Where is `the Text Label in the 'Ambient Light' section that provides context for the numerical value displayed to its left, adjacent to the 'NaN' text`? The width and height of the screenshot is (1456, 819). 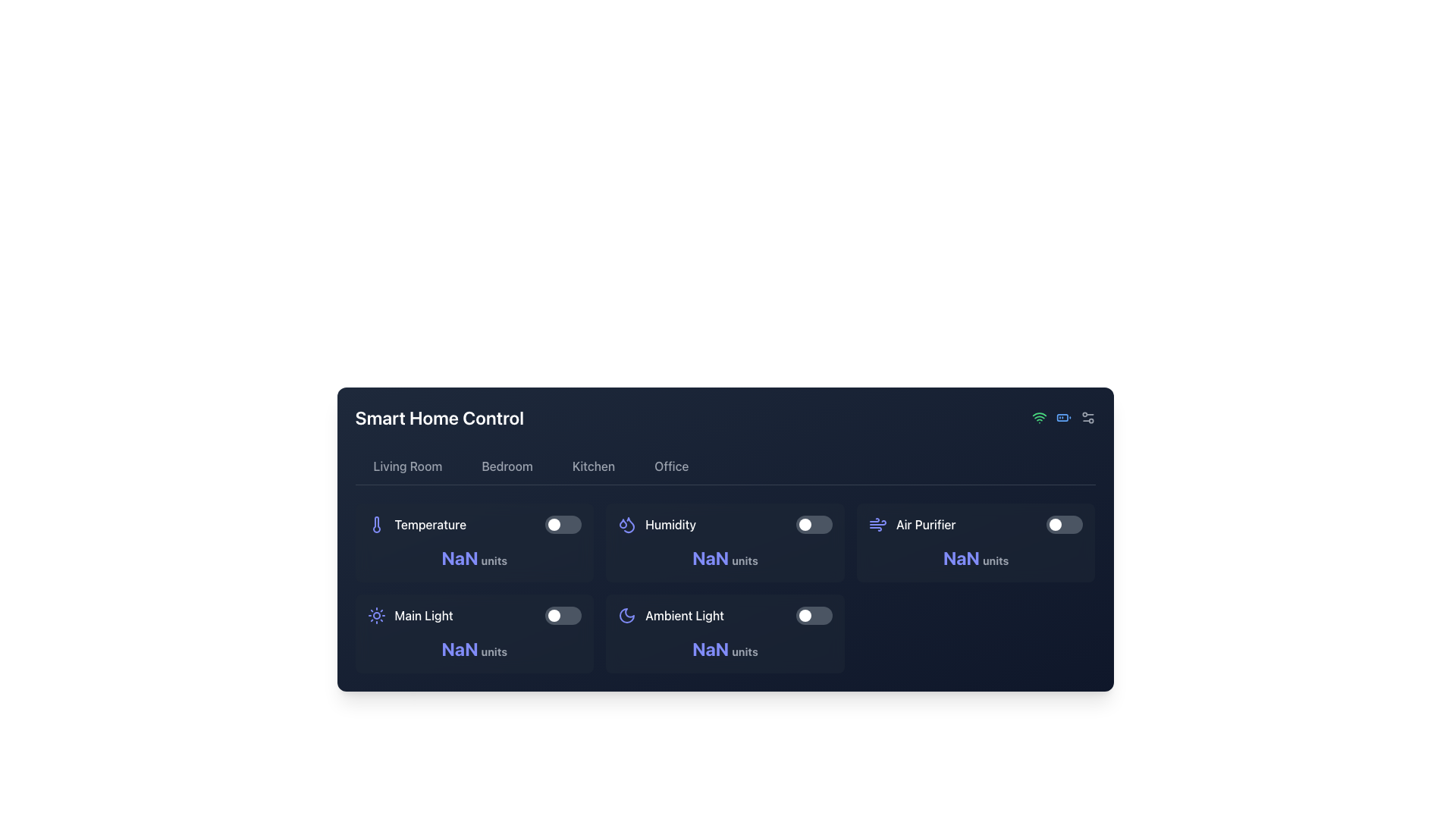
the Text Label in the 'Ambient Light' section that provides context for the numerical value displayed to its left, adjacent to the 'NaN' text is located at coordinates (745, 651).